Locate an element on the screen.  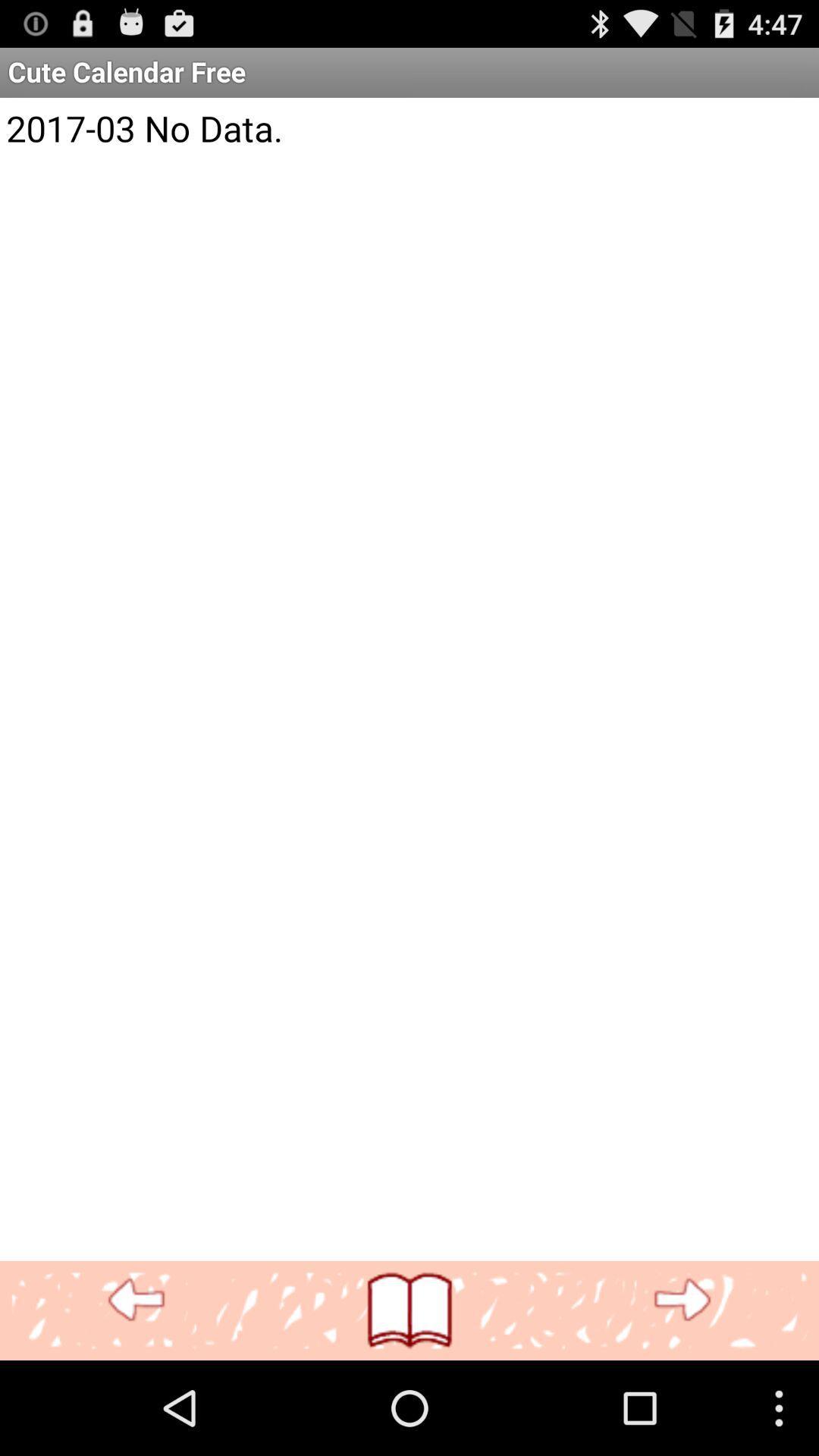
icon at the bottom right corner is located at coordinates (681, 1300).